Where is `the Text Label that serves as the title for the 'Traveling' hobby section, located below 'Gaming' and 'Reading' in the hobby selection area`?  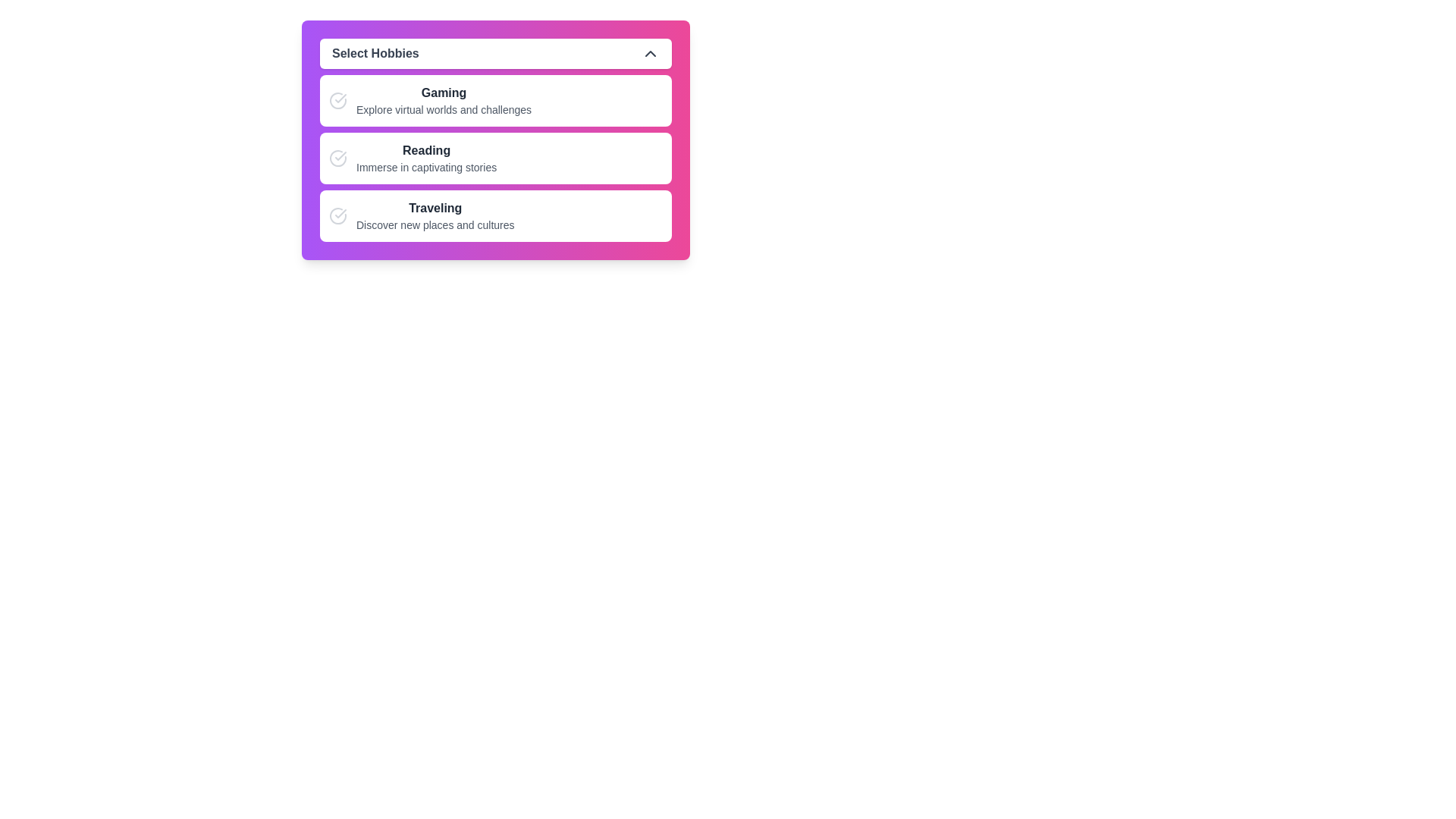
the Text Label that serves as the title for the 'Traveling' hobby section, located below 'Gaming' and 'Reading' in the hobby selection area is located at coordinates (435, 208).